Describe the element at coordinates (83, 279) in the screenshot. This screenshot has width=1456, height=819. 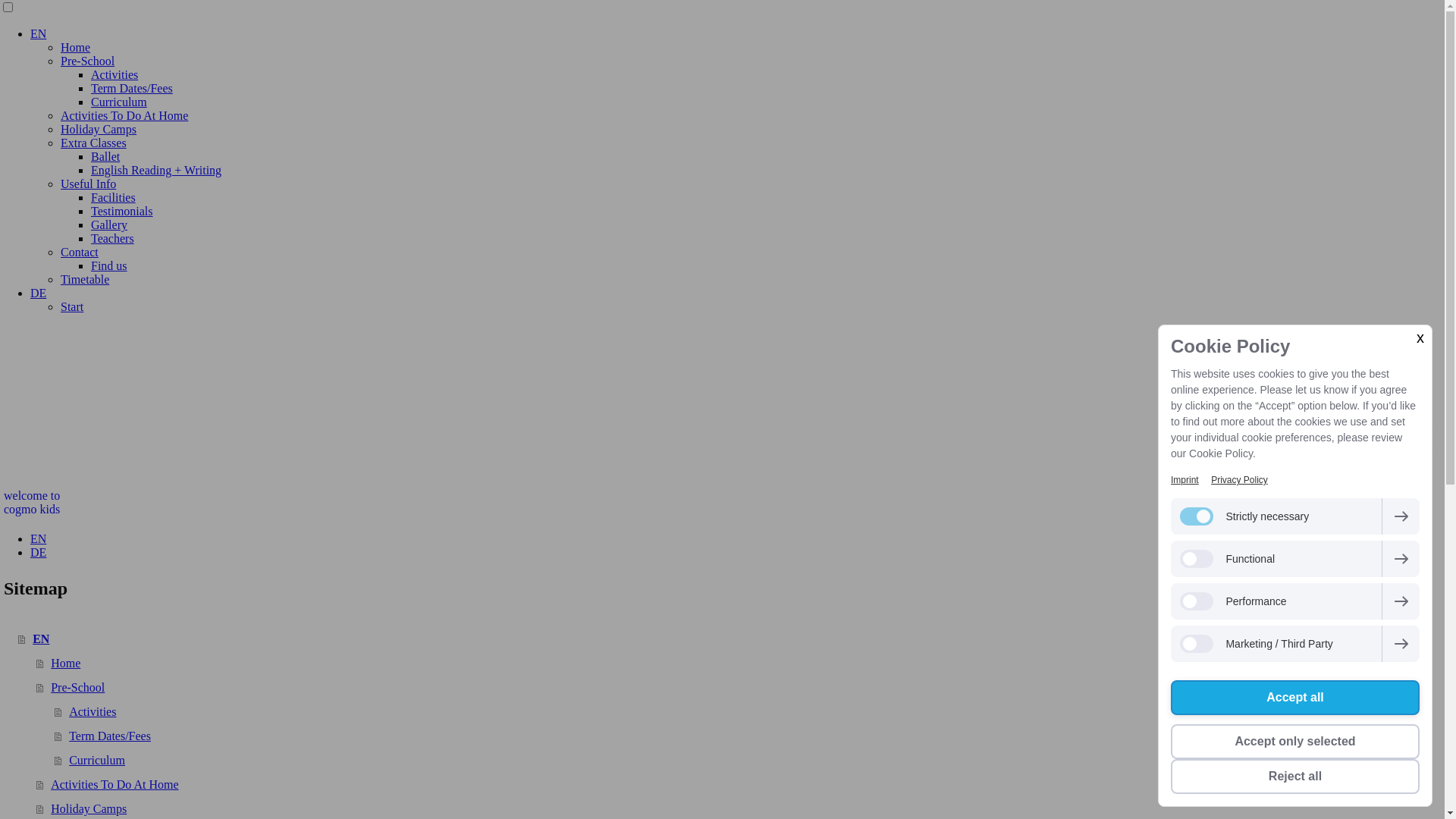
I see `'Timetable'` at that location.